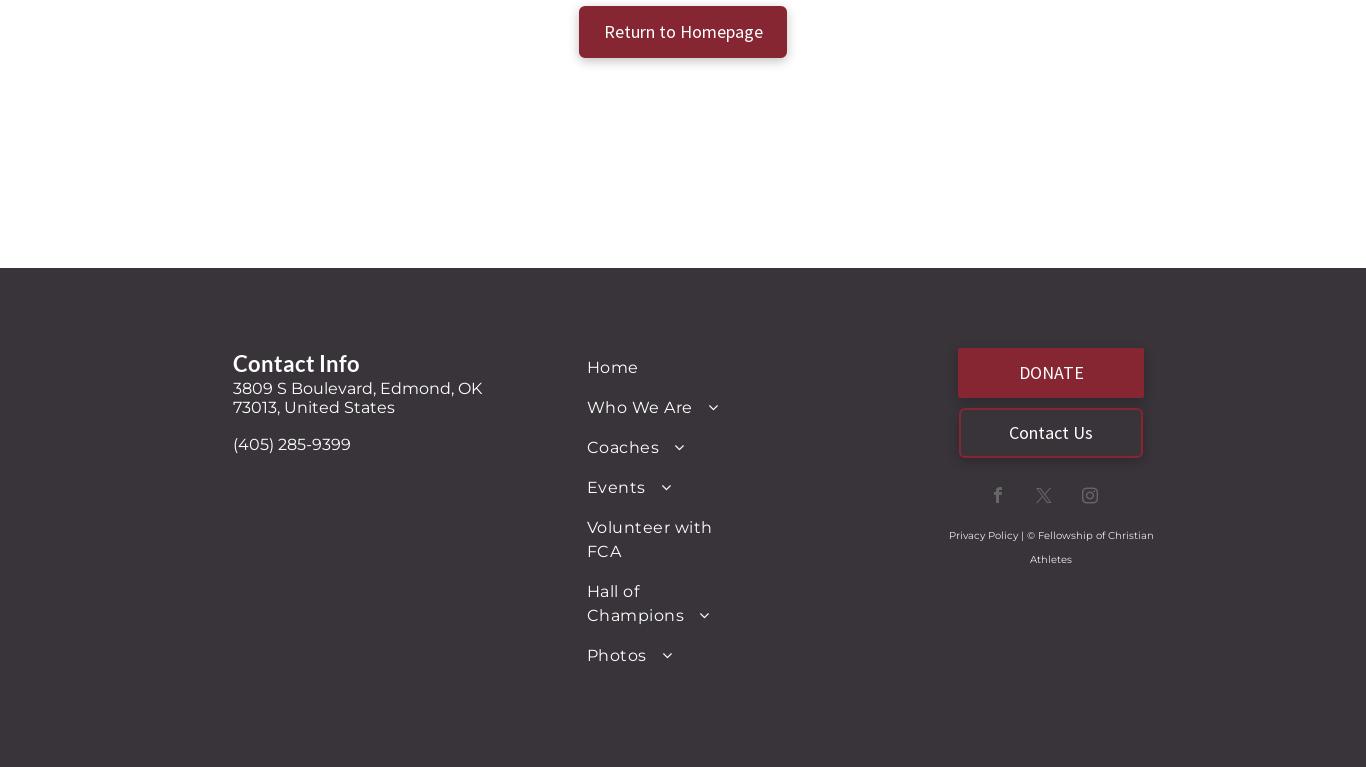  Describe the element at coordinates (233, 442) in the screenshot. I see `'(405) 285-9399'` at that location.